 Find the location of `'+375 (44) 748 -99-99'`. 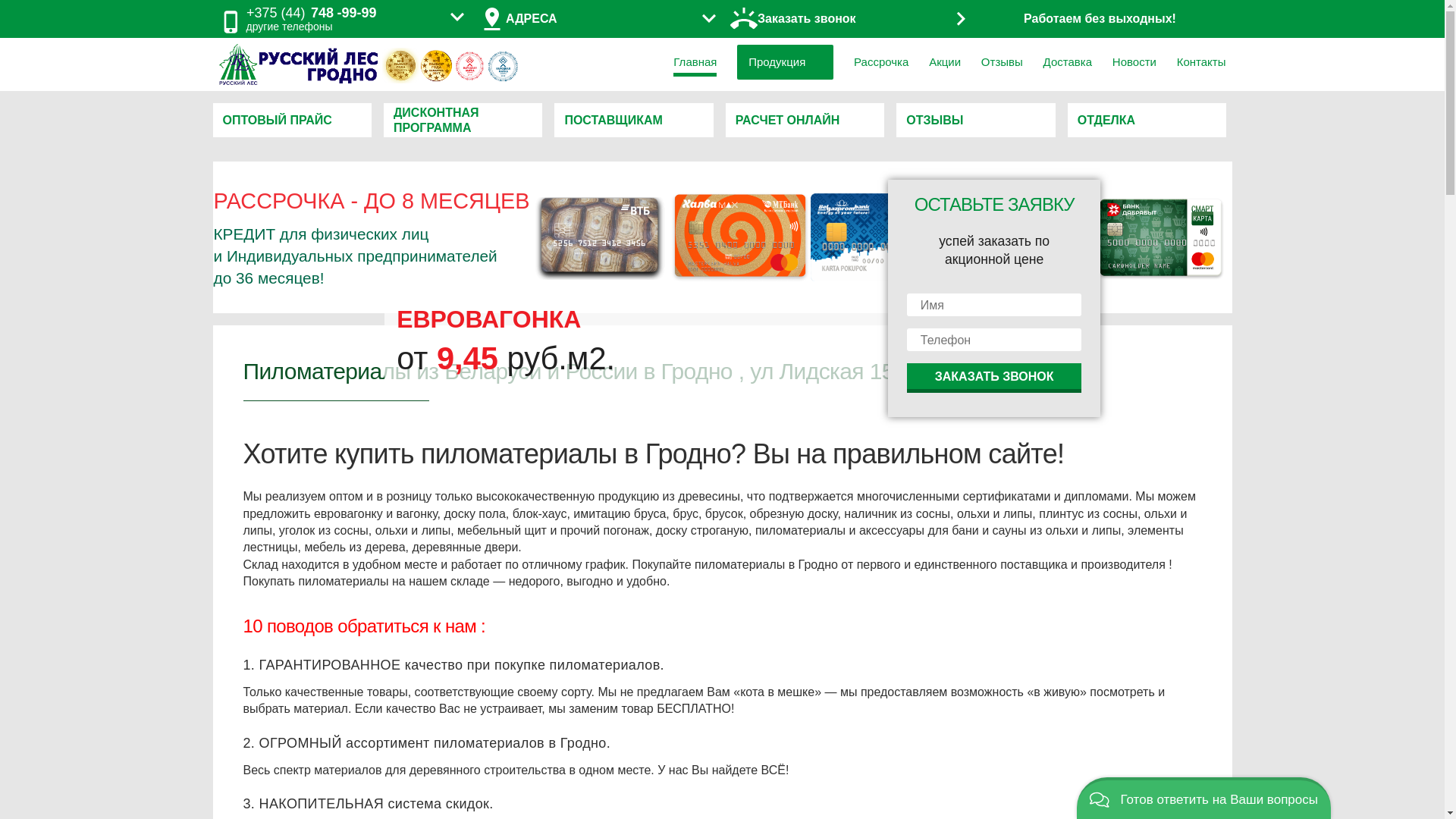

'+375 (44) 748 -99-99' is located at coordinates (311, 13).